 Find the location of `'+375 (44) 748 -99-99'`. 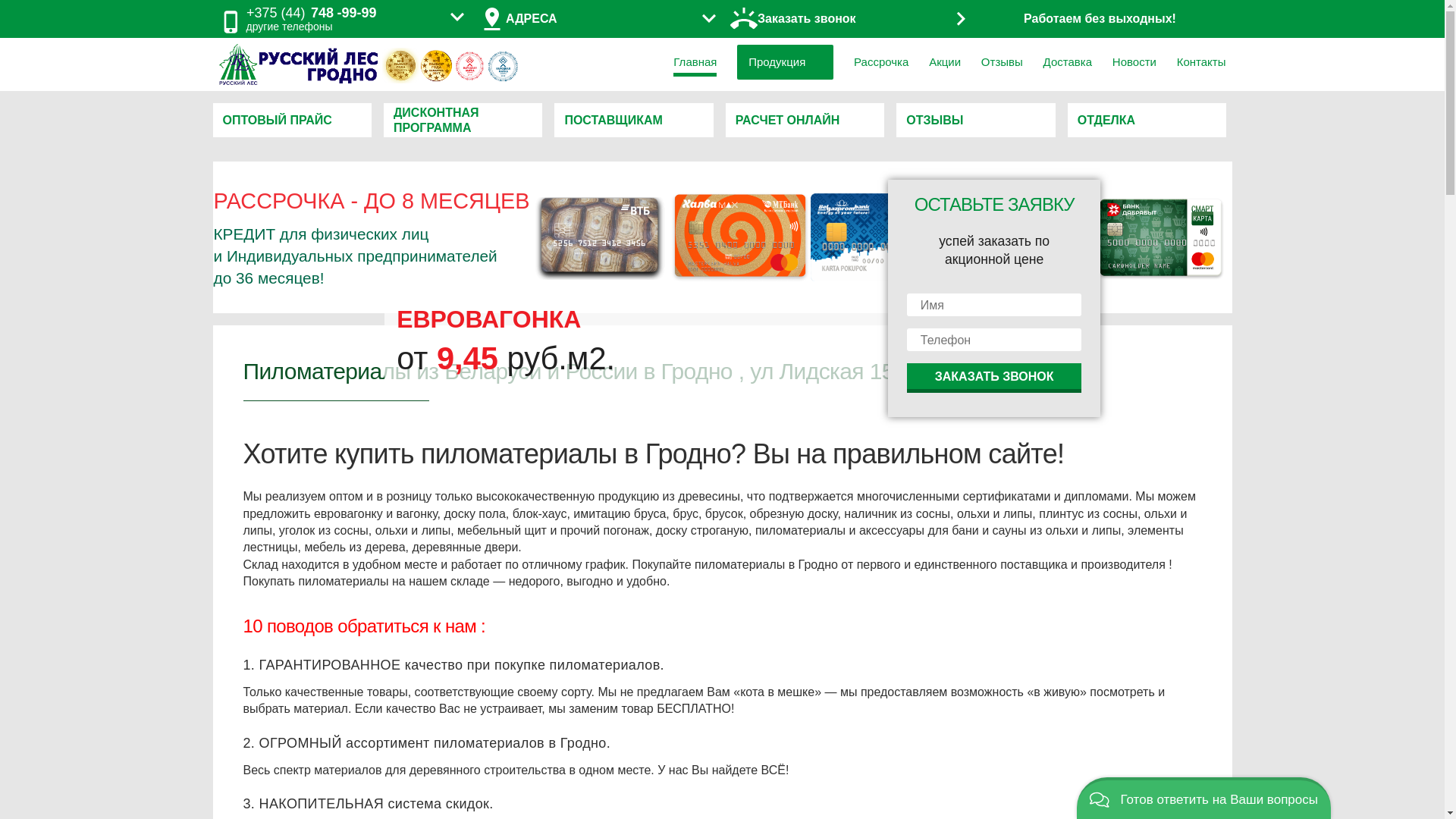

'+375 (44) 748 -99-99' is located at coordinates (311, 13).